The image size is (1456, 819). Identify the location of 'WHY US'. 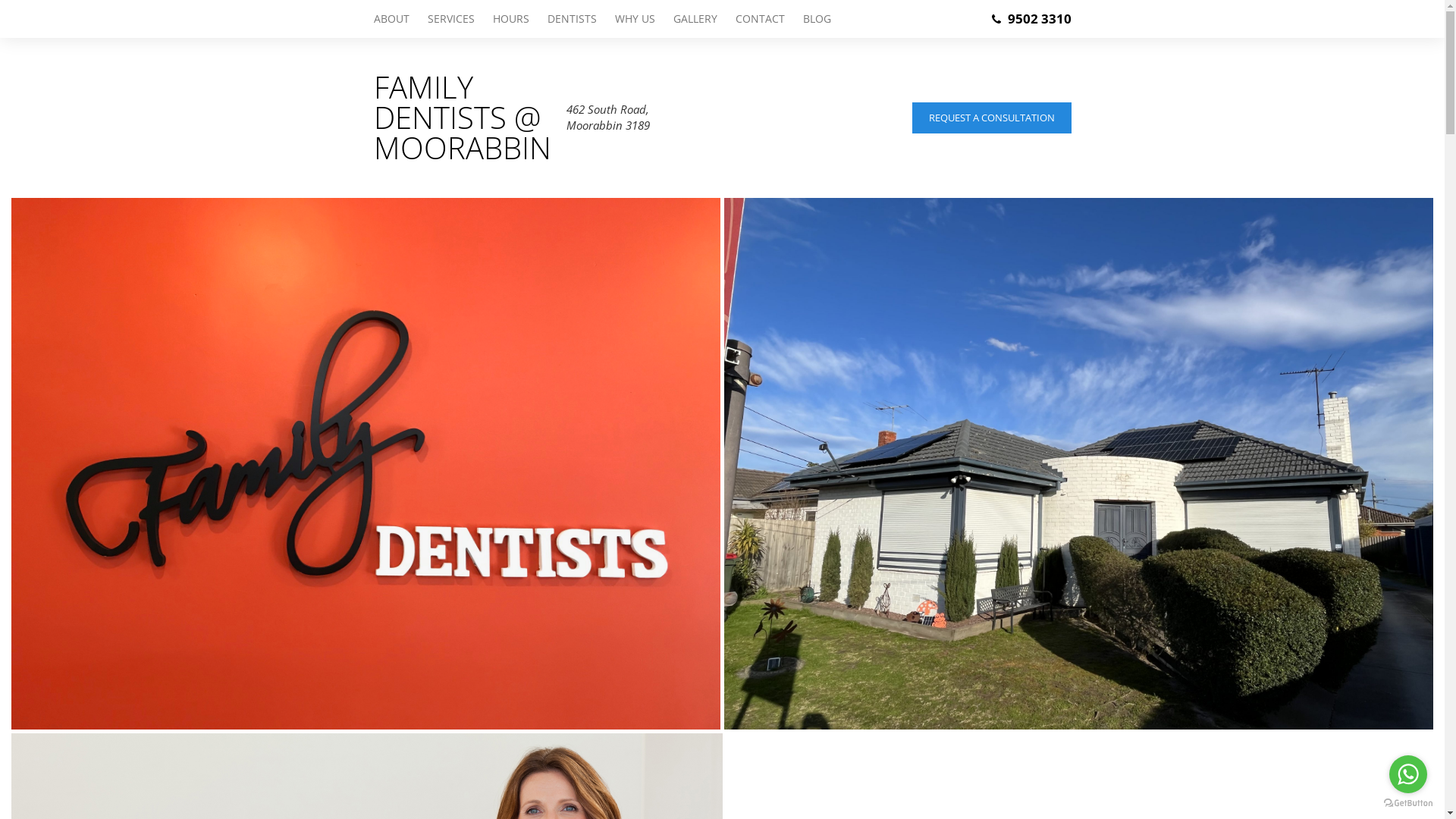
(634, 18).